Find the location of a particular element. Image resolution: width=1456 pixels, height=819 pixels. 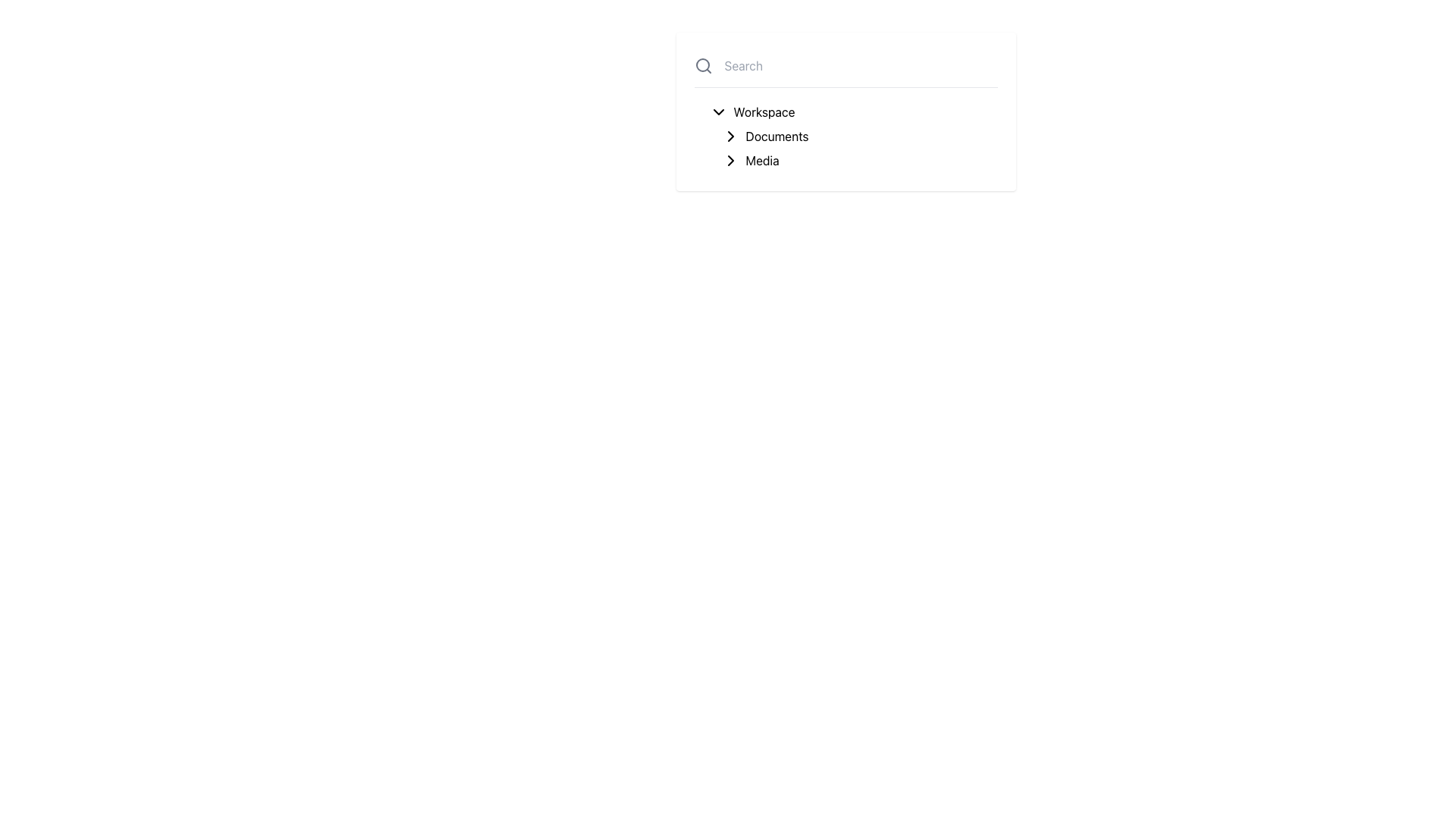

the 'Documents' navigation list item is located at coordinates (858, 136).